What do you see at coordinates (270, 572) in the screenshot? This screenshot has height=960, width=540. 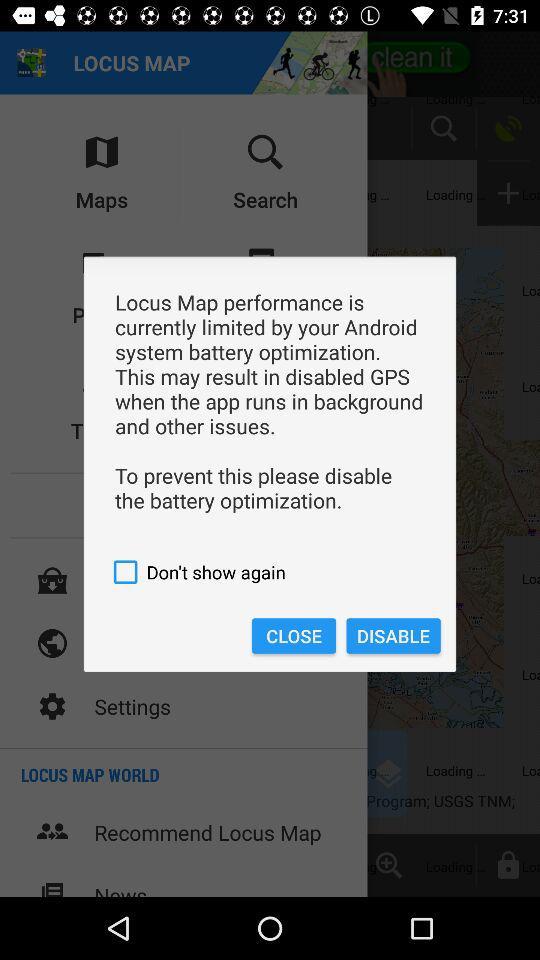 I see `don t show` at bounding box center [270, 572].